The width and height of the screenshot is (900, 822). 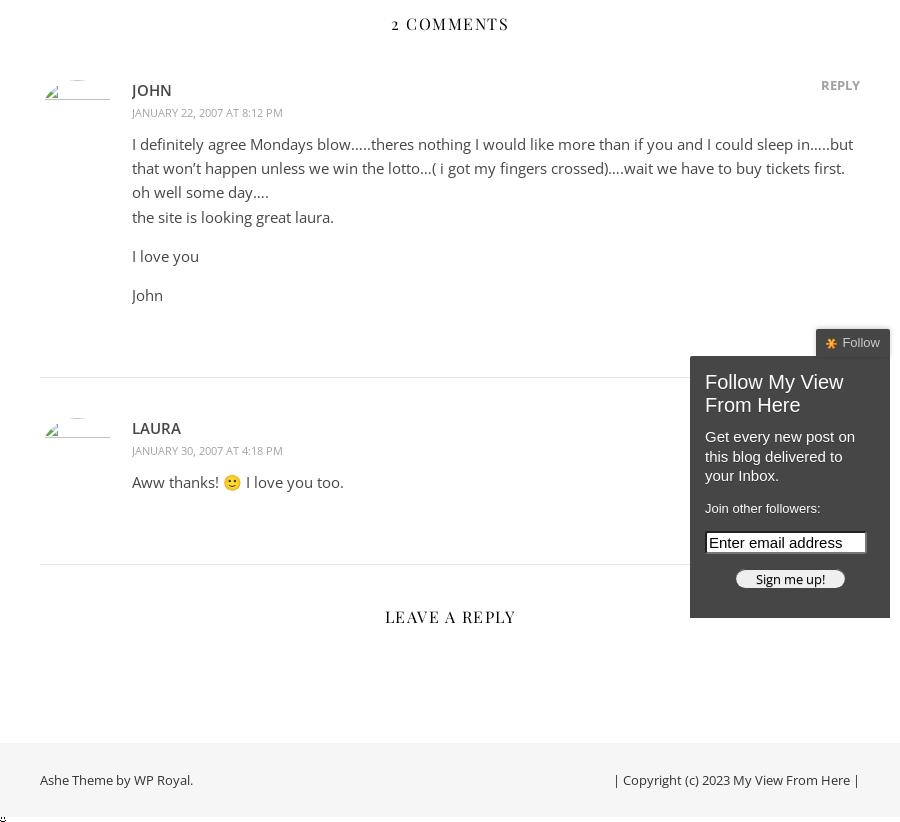 What do you see at coordinates (861, 341) in the screenshot?
I see `'Follow'` at bounding box center [861, 341].